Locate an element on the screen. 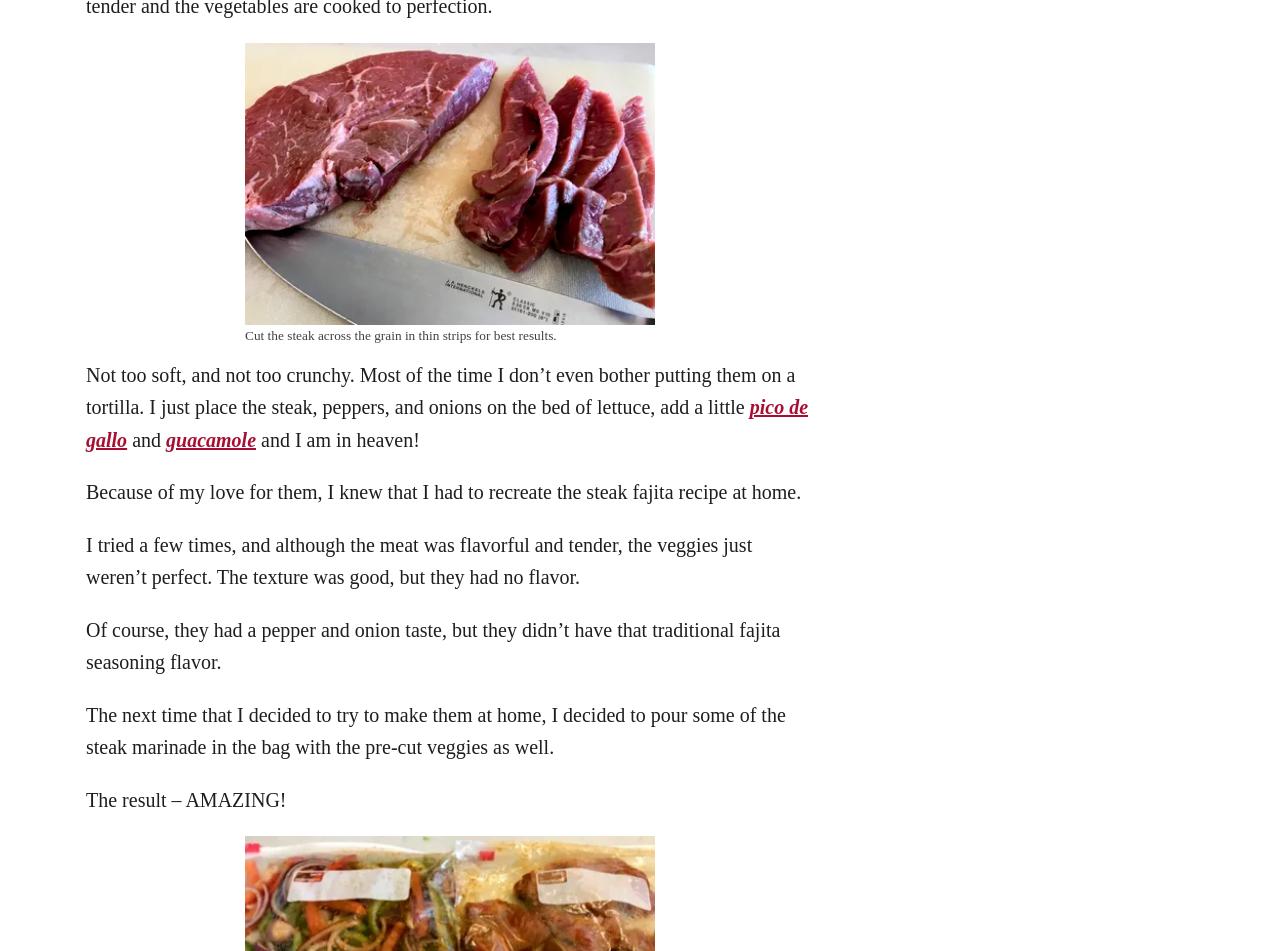 This screenshot has height=951, width=1280. 'and' is located at coordinates (145, 438).